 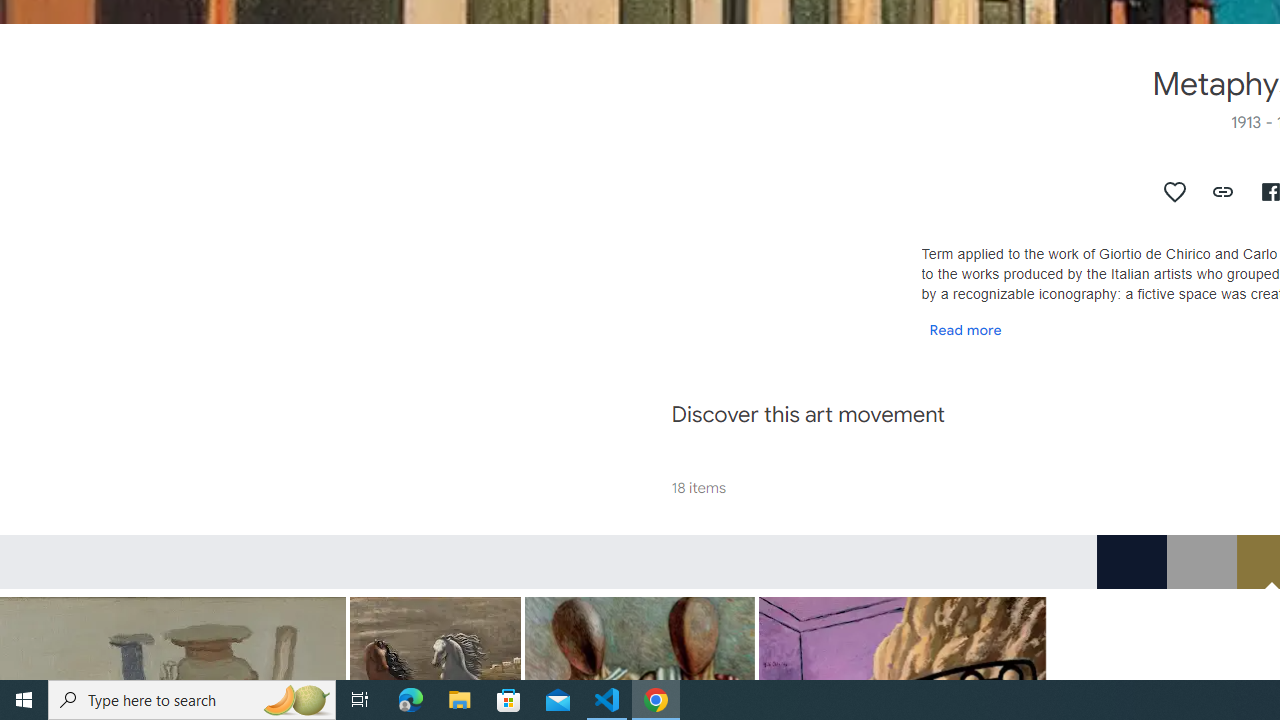 I want to click on 'RGB_9C9C9C', so click(x=1200, y=561).